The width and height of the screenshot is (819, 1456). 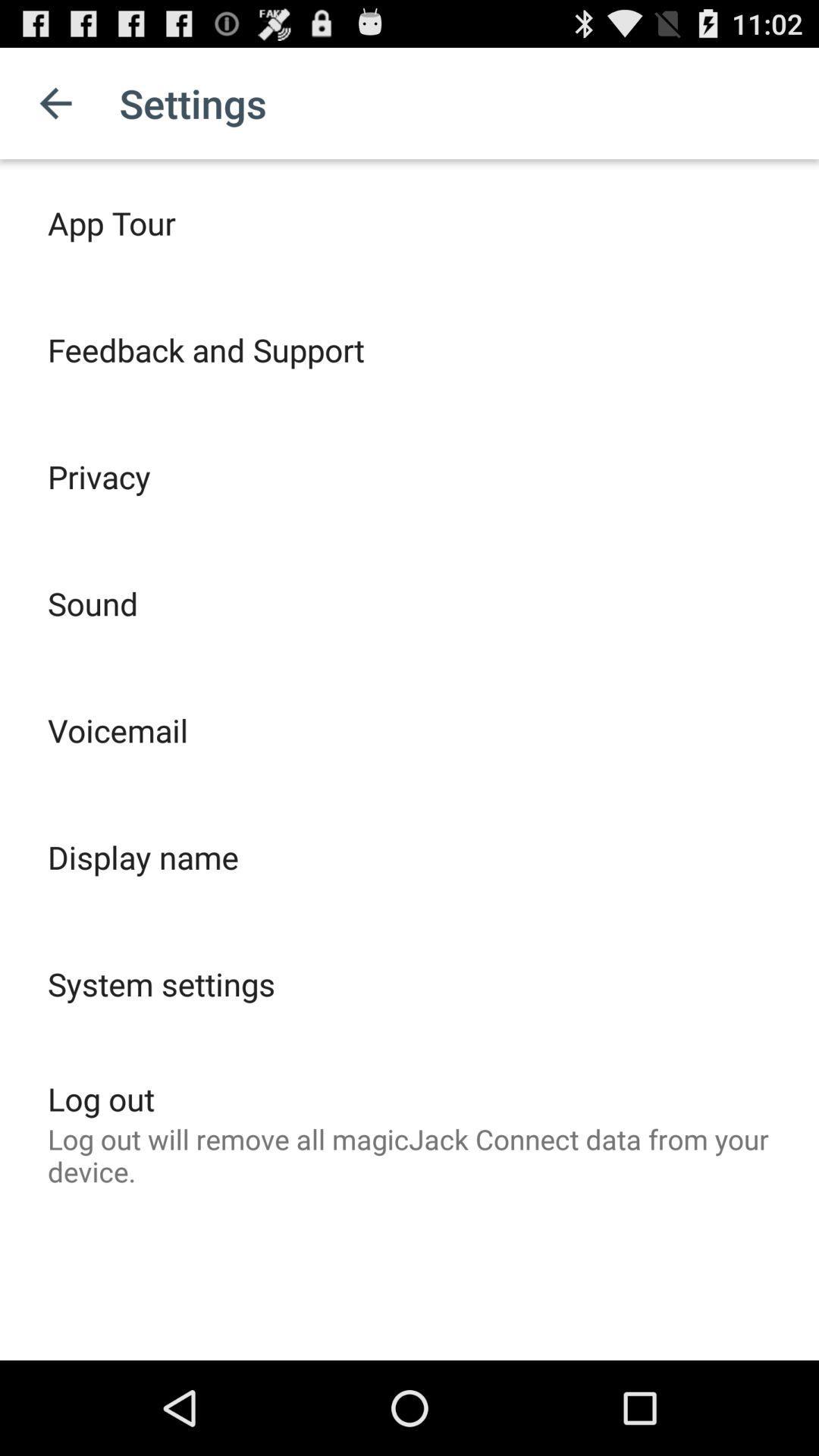 What do you see at coordinates (143, 857) in the screenshot?
I see `item above system settings icon` at bounding box center [143, 857].